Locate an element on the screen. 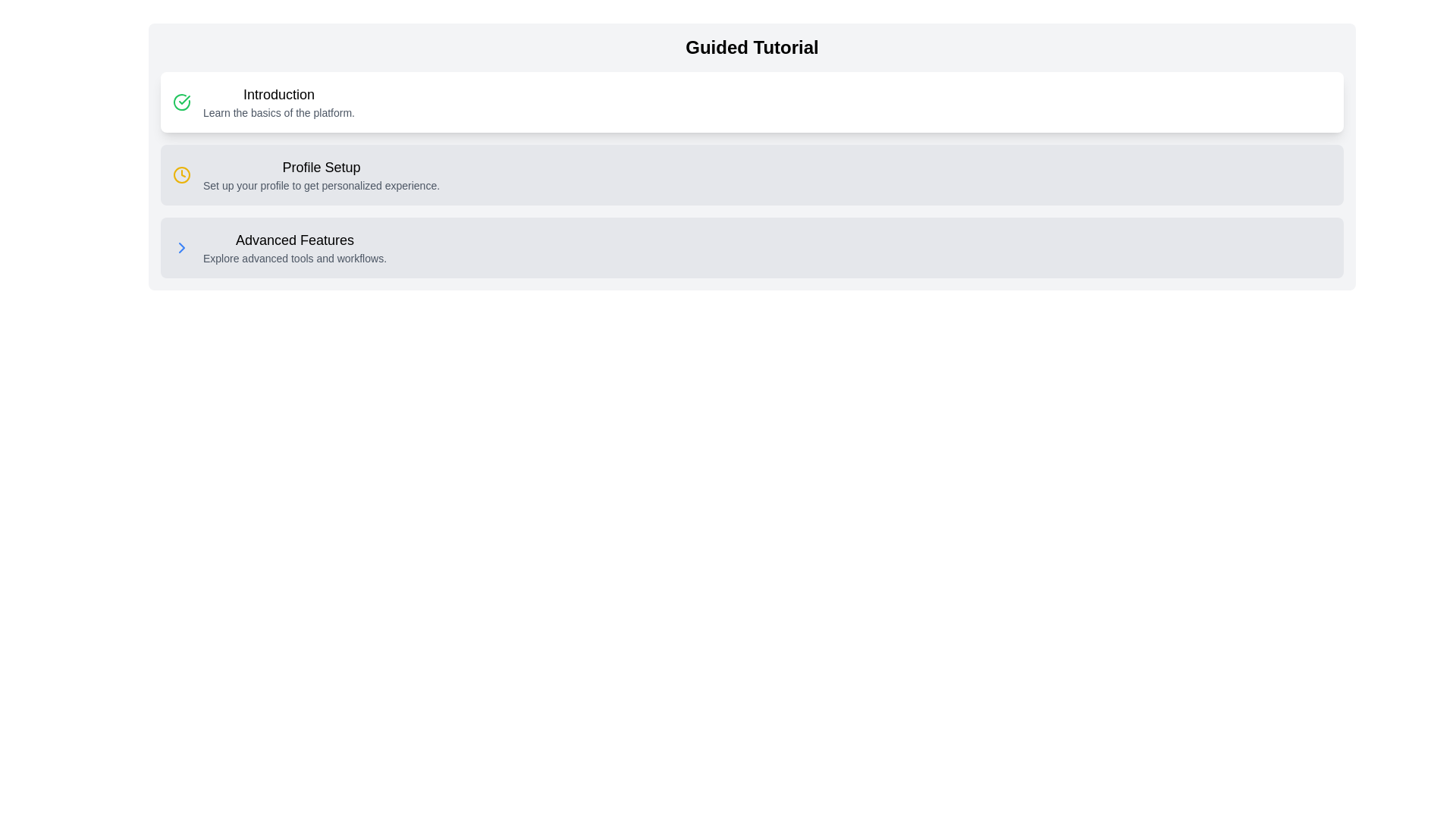  the descriptive text 'Explore advanced tools and workflows.' located under the 'Advanced Features' section is located at coordinates (294, 257).